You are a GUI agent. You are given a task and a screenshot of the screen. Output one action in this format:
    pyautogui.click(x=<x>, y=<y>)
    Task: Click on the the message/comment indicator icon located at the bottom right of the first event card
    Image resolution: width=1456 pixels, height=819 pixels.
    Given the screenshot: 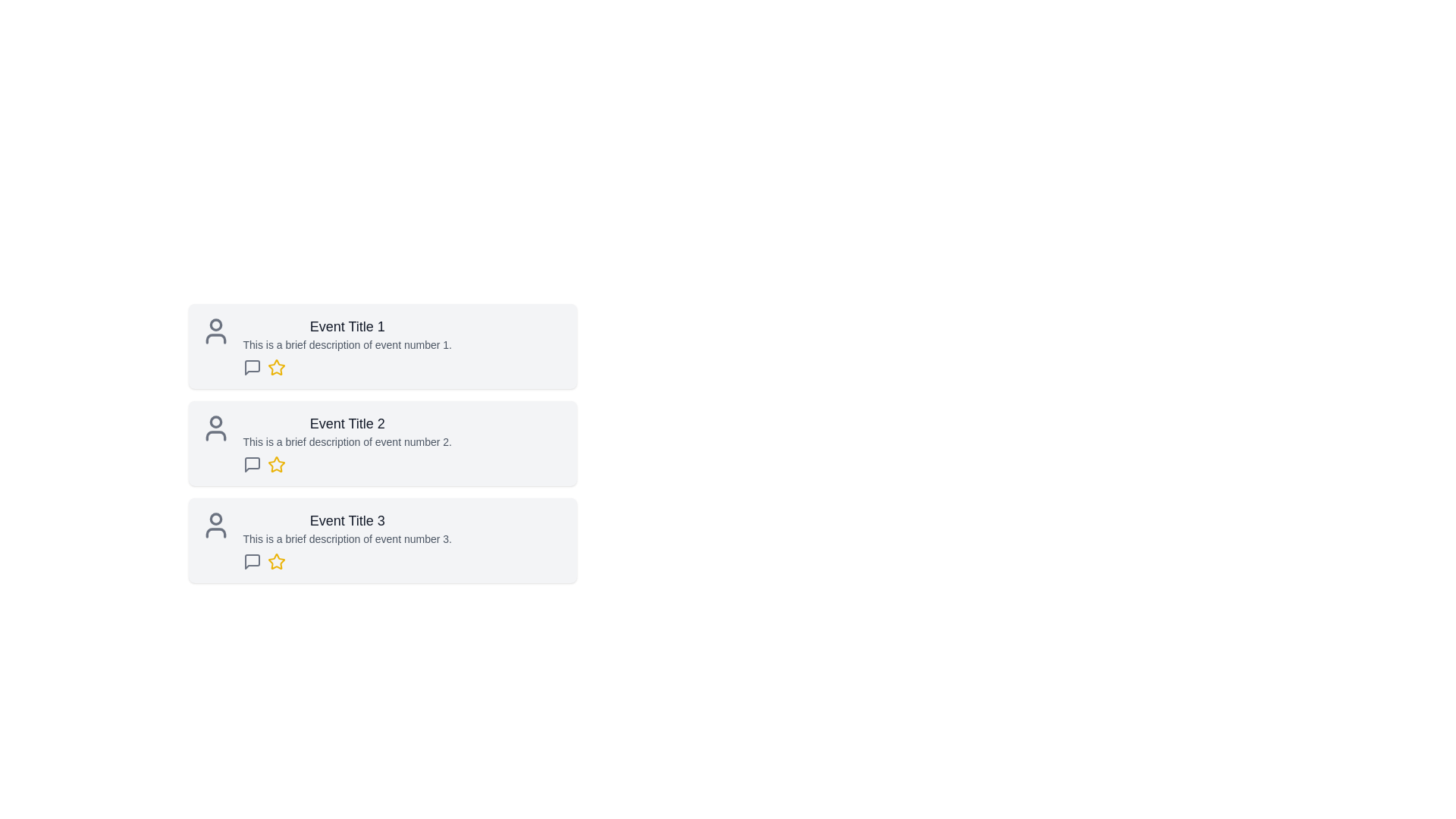 What is the action you would take?
    pyautogui.click(x=252, y=368)
    